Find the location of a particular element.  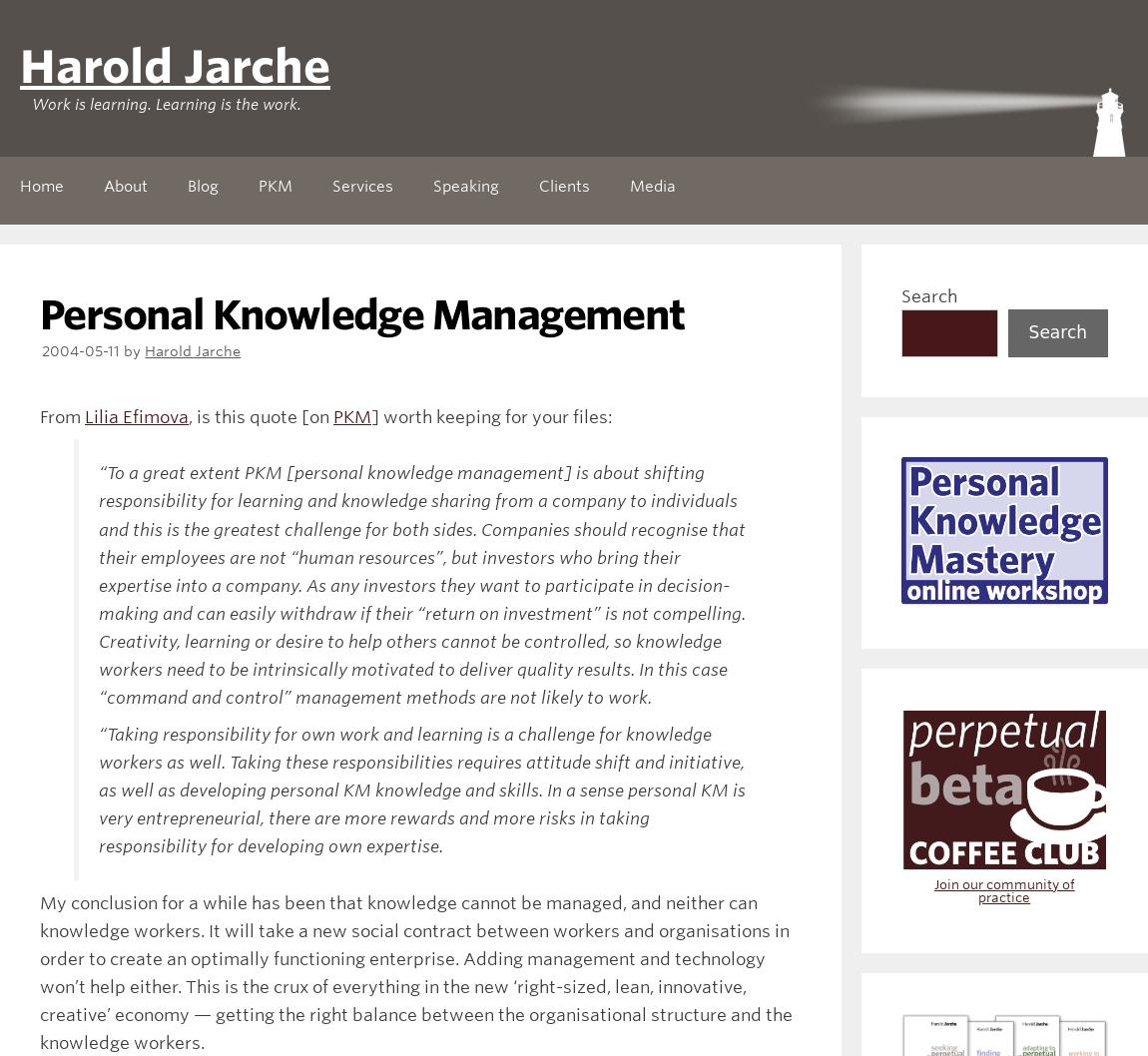

'From' is located at coordinates (61, 417).